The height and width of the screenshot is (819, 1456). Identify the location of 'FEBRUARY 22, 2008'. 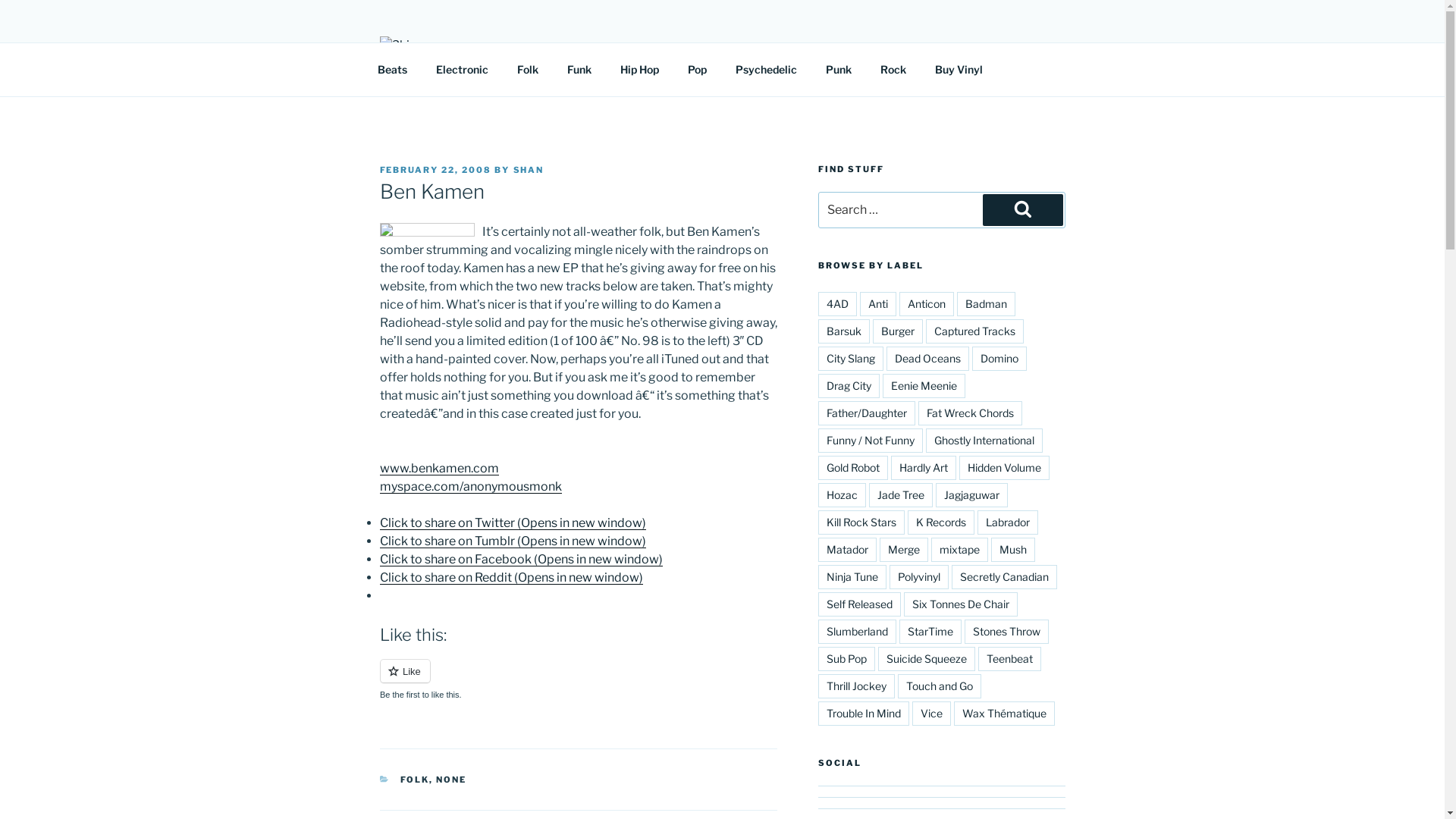
(435, 169).